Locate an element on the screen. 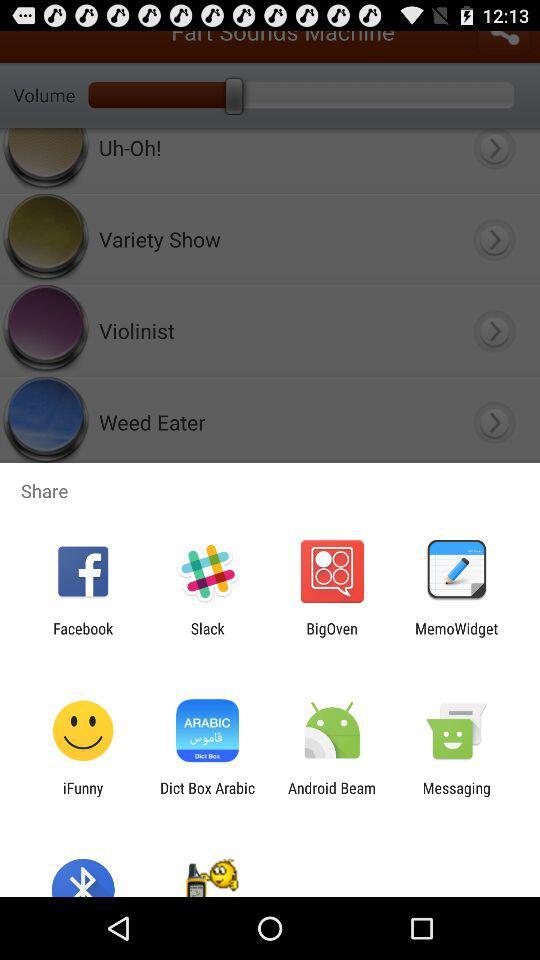  the icon to the left of messaging app is located at coordinates (332, 796).